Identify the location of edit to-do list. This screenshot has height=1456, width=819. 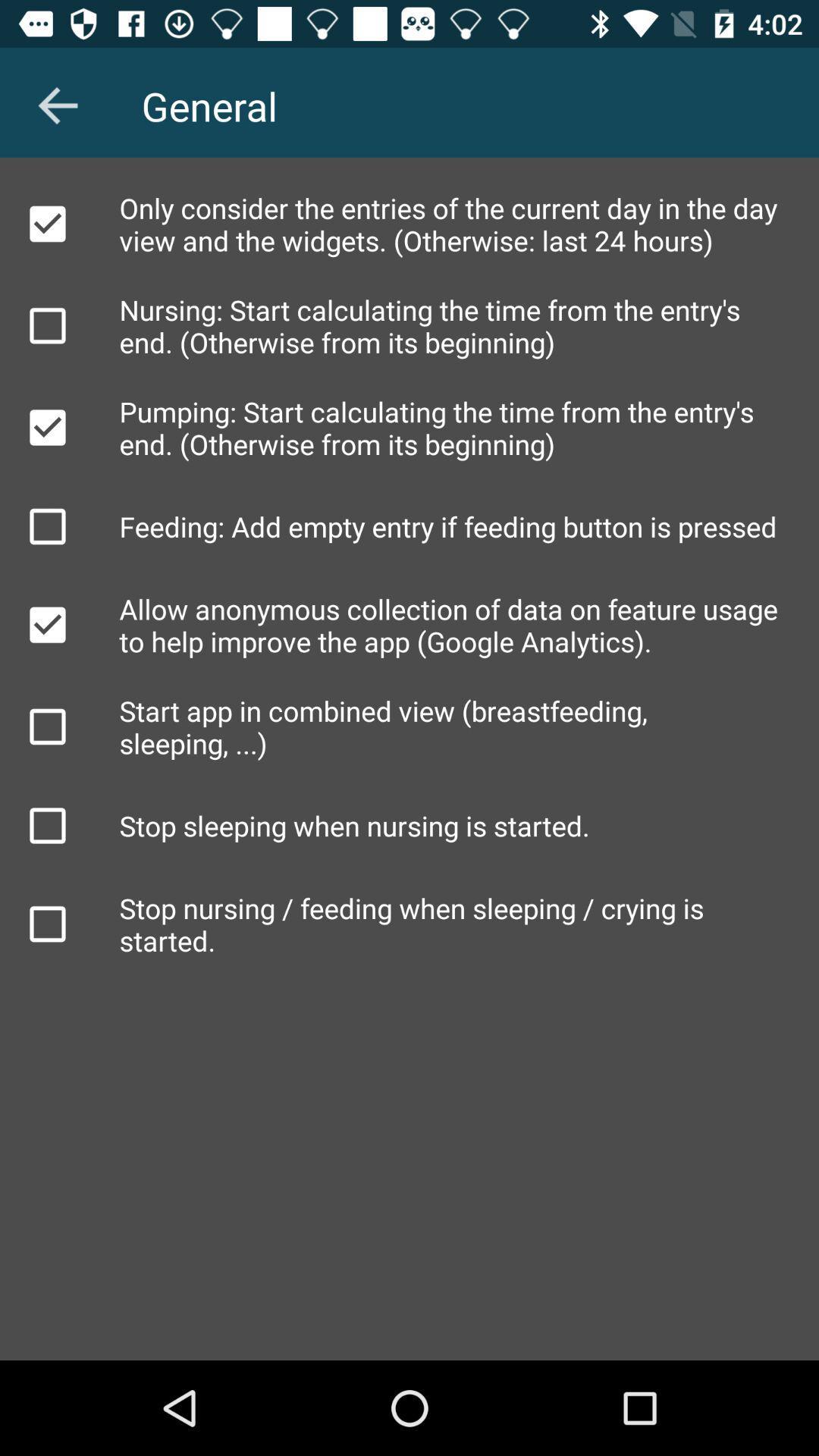
(46, 923).